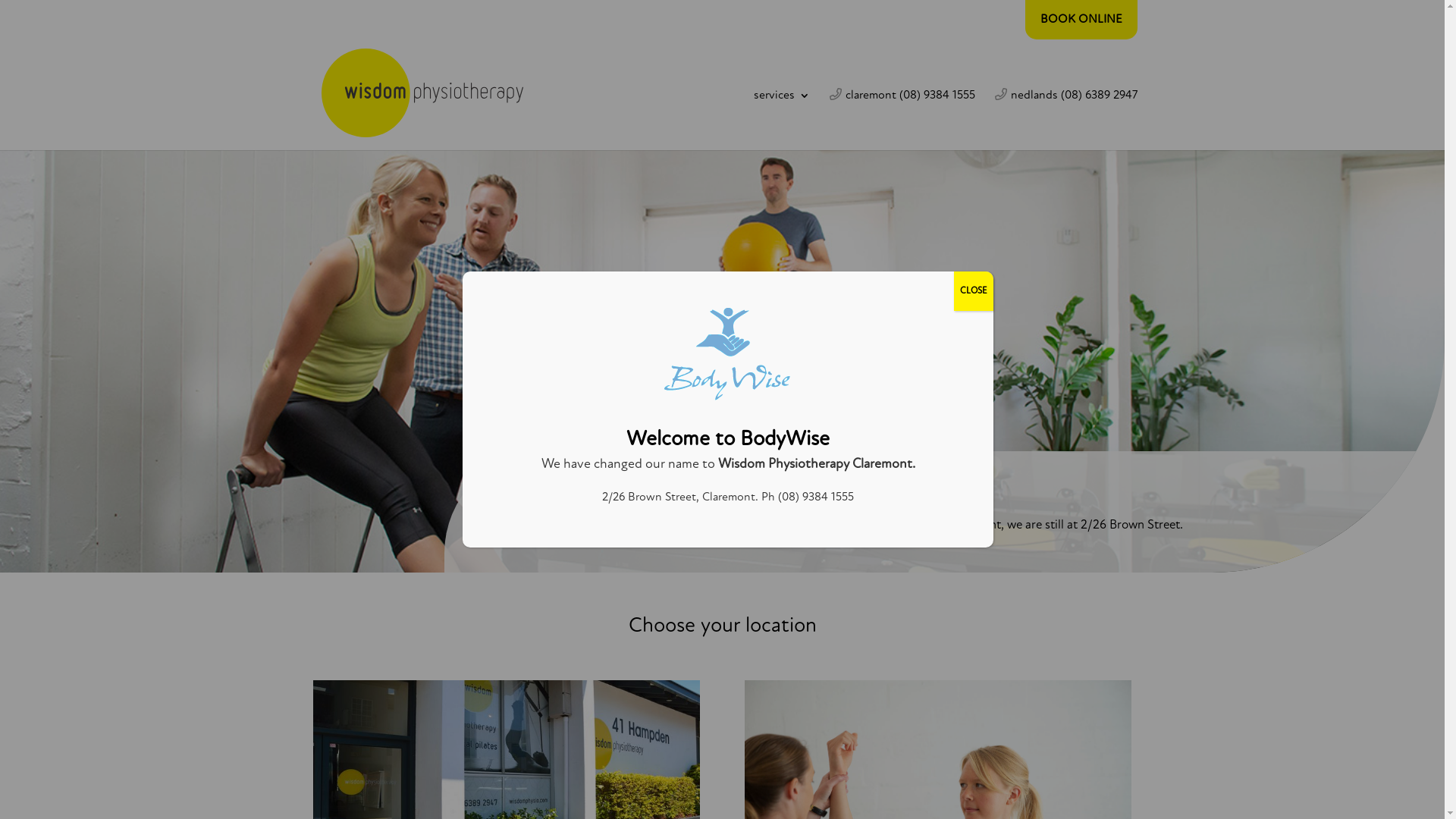 The image size is (1456, 819). I want to click on 'services', so click(782, 119).